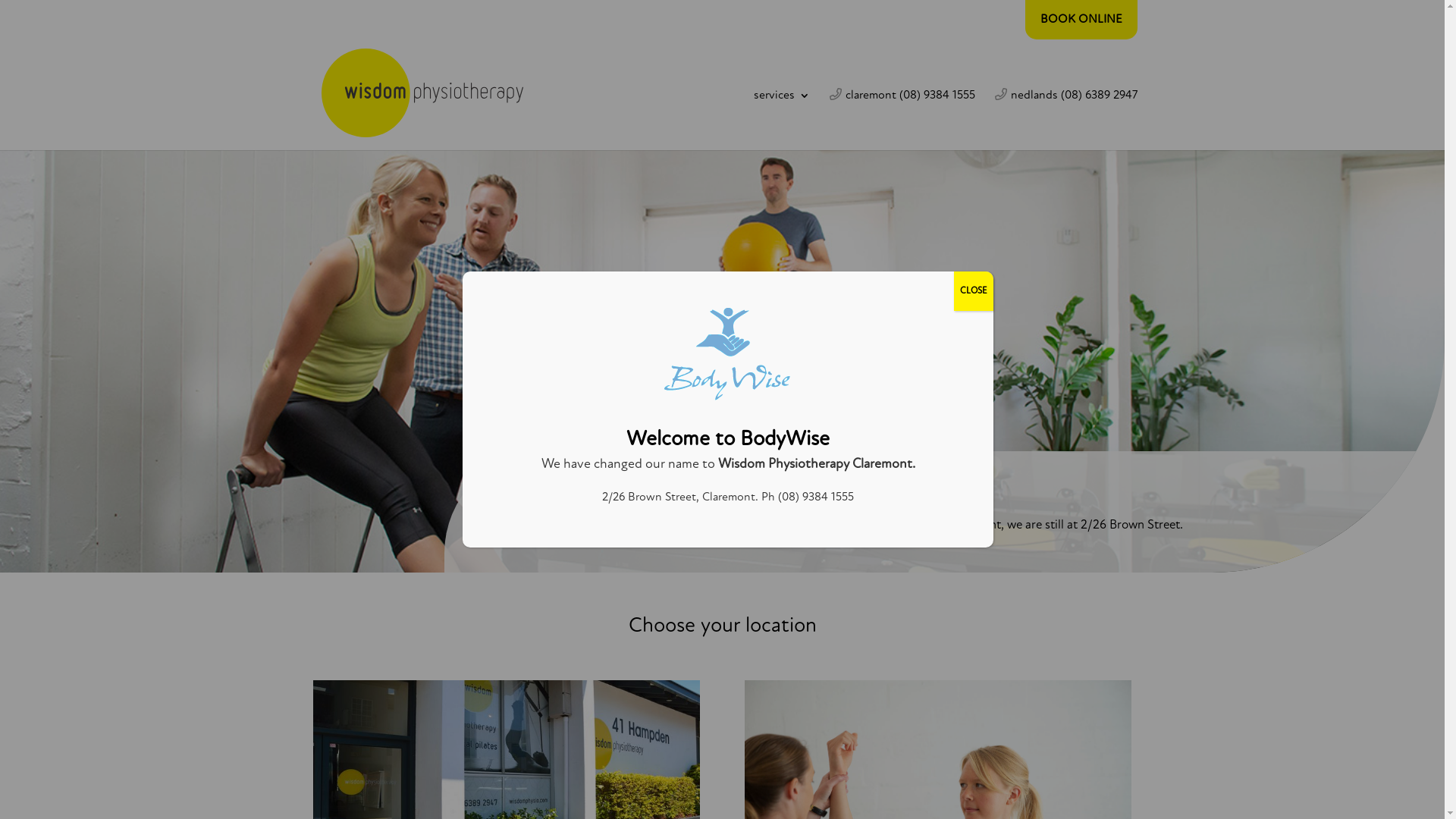 The image size is (1456, 819). I want to click on 'services', so click(782, 119).